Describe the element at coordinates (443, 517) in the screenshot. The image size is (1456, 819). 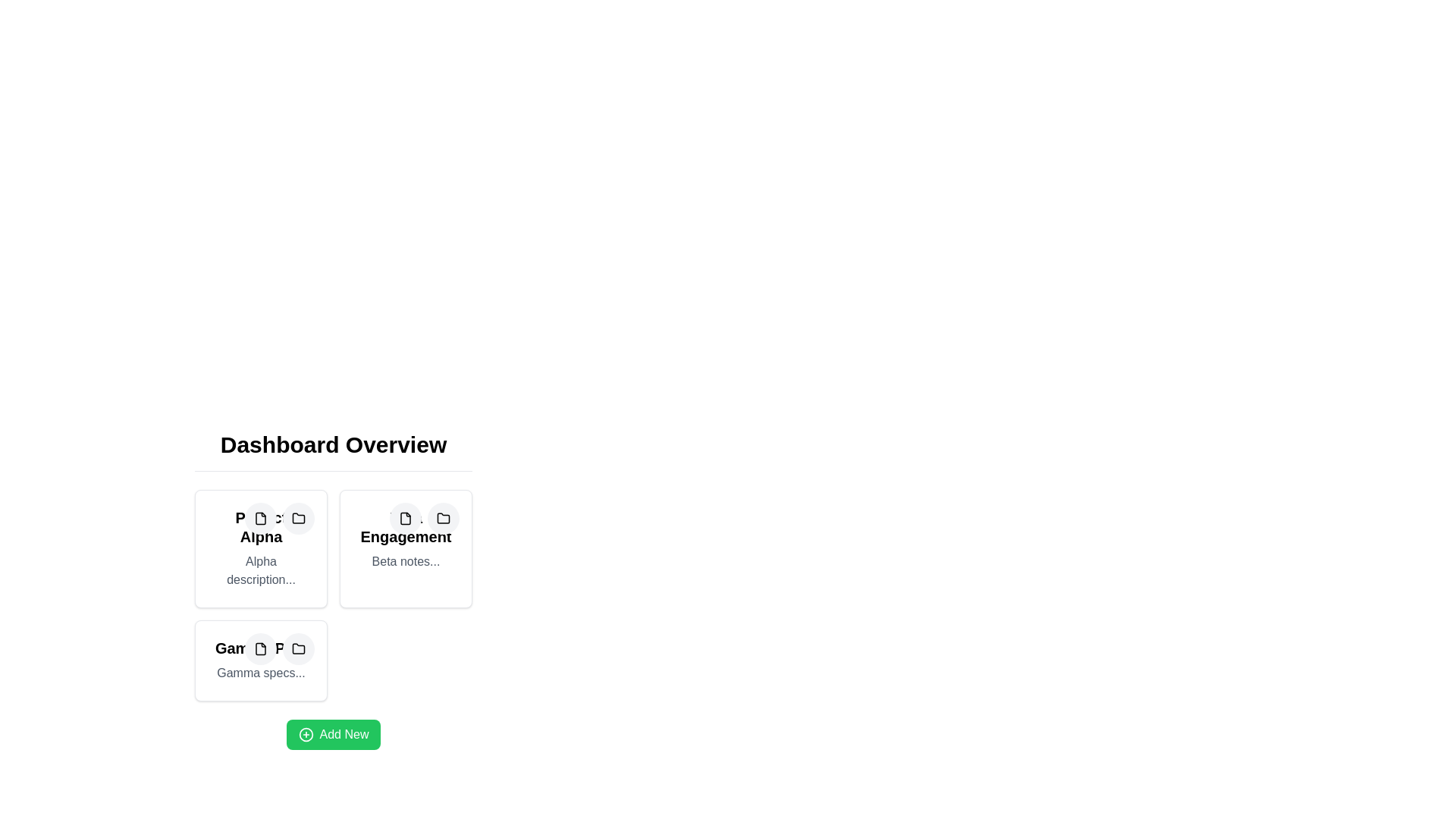
I see `the 'folder' icon, which is the third icon in a row within the 'Engagement' card located in the upper-right quadrant of the dashboard interface` at that location.